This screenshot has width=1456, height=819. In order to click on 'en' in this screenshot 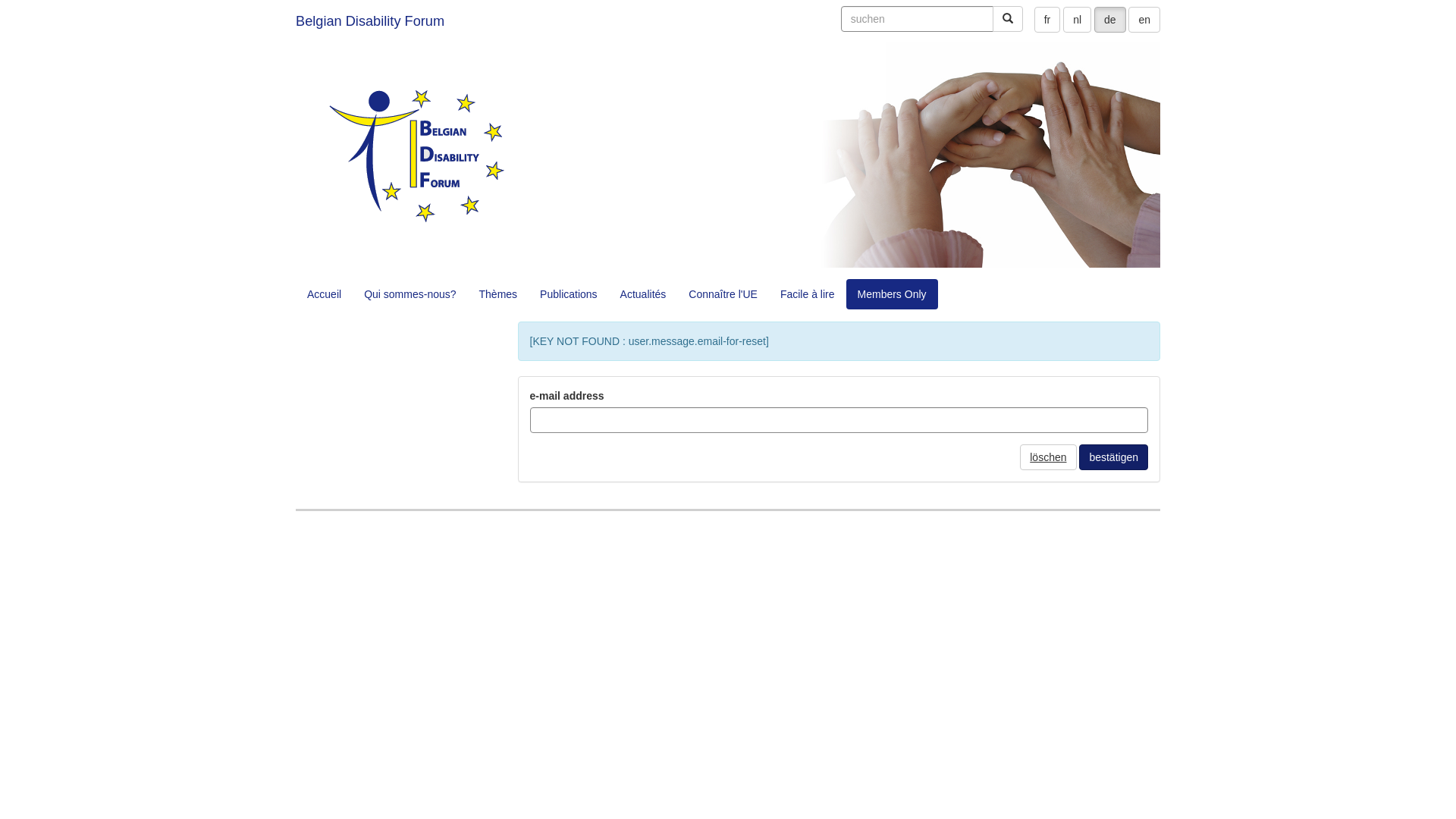, I will do `click(1128, 20)`.